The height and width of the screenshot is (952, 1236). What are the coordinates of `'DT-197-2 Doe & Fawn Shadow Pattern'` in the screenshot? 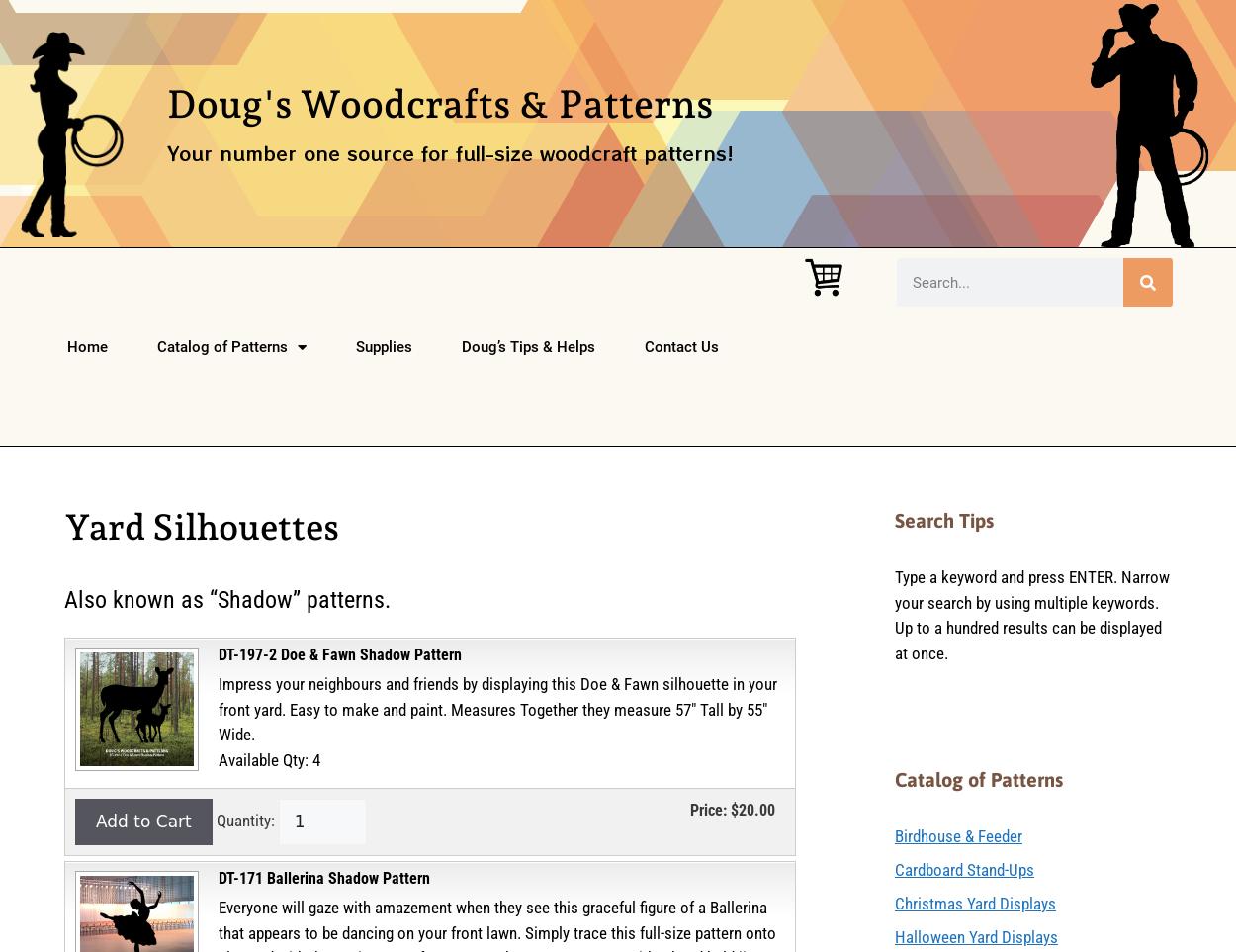 It's located at (339, 654).